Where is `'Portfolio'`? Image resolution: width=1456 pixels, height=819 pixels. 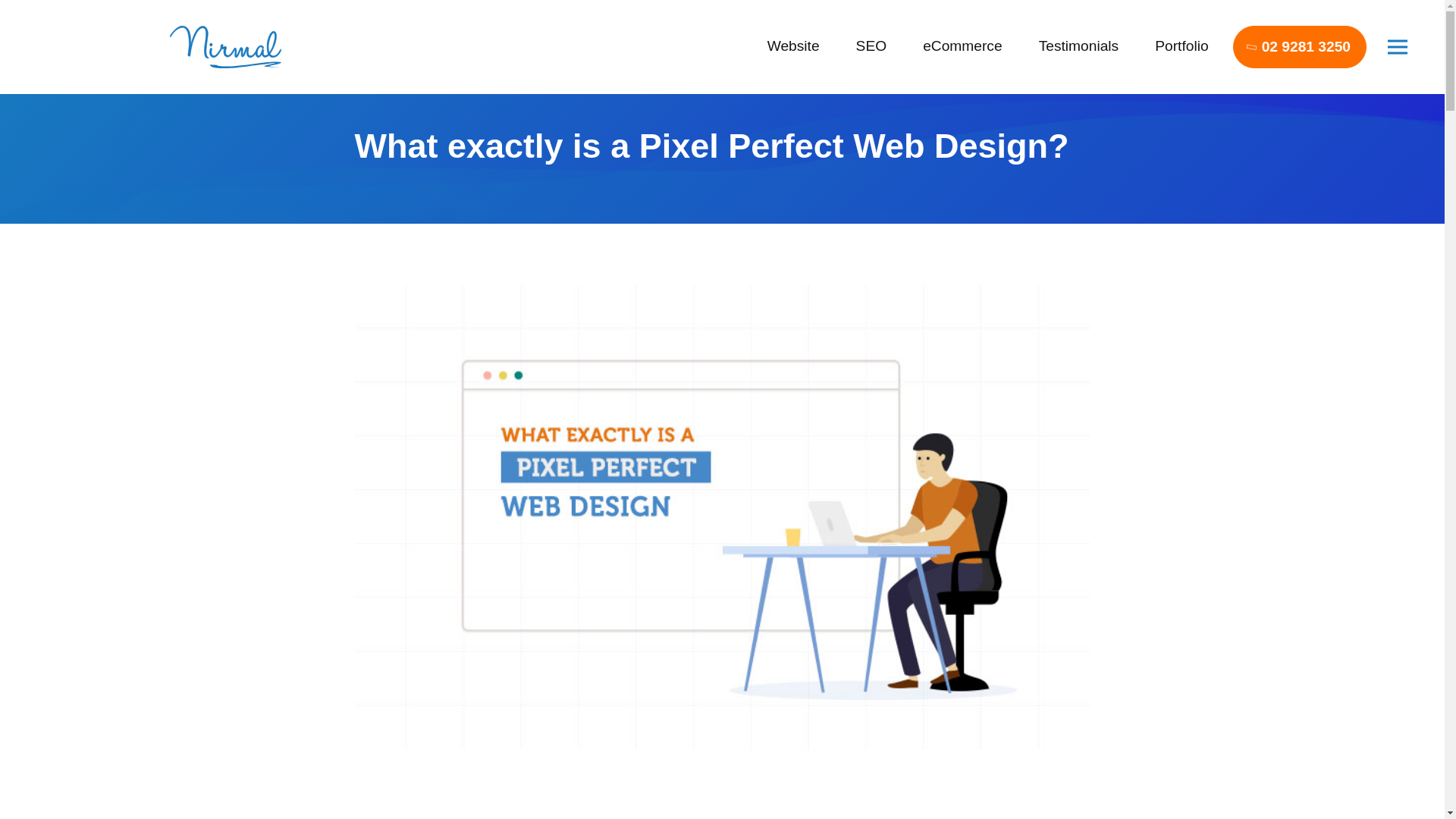 'Portfolio' is located at coordinates (1181, 45).